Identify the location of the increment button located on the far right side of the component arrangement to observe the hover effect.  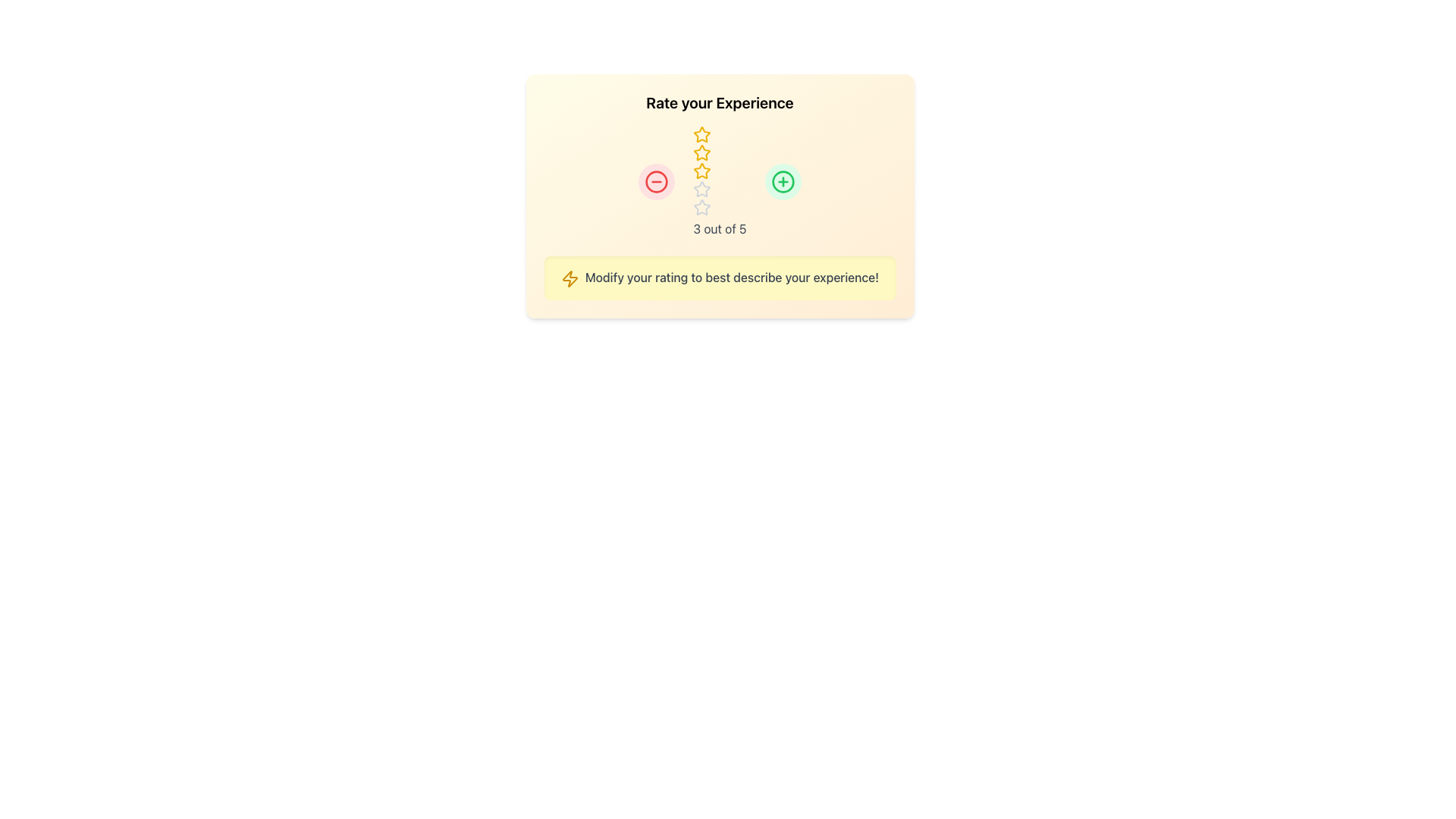
(783, 180).